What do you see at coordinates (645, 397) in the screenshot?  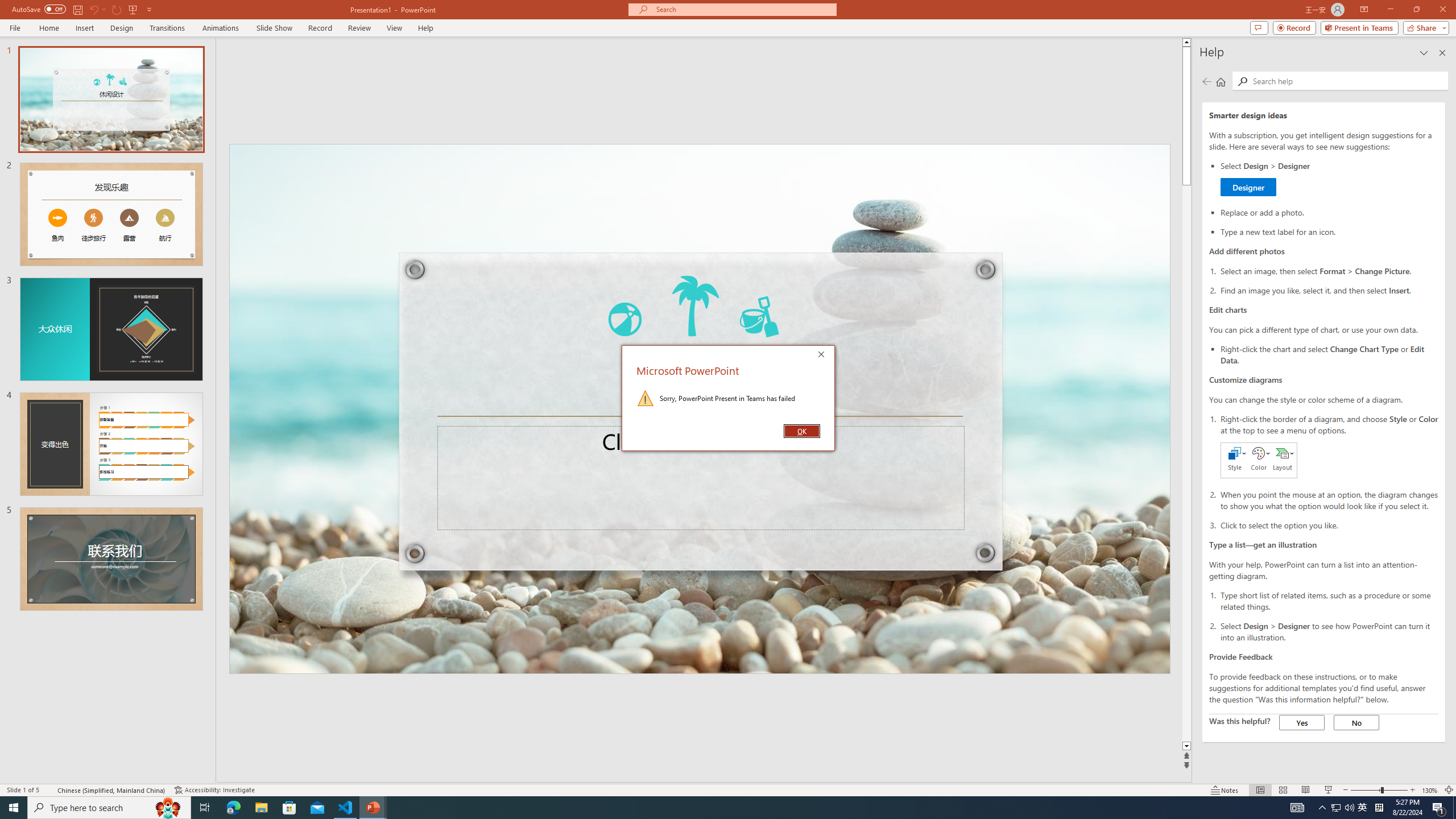 I see `'Warning Icon'` at bounding box center [645, 397].